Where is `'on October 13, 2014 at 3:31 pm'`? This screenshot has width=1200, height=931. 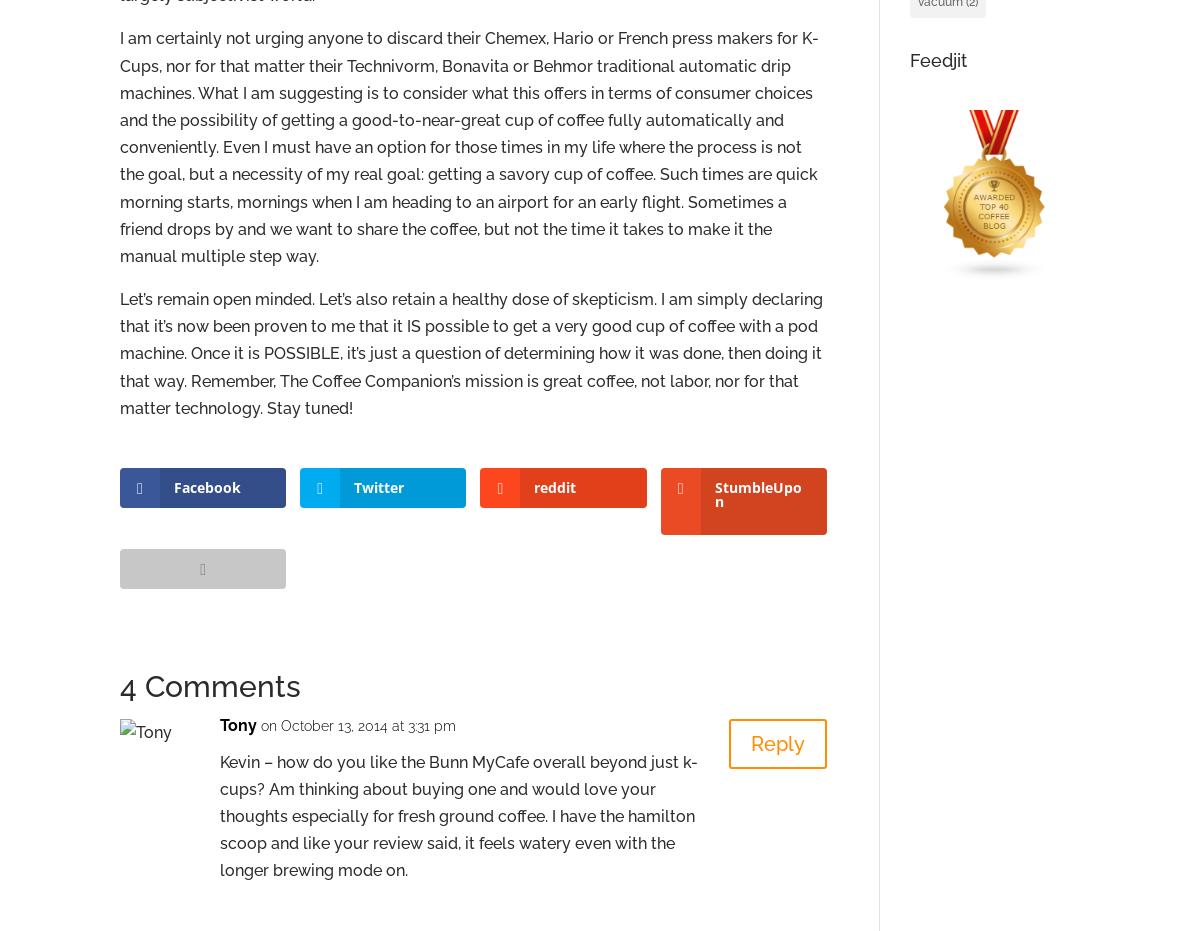 'on October 13, 2014 at 3:31 pm' is located at coordinates (358, 724).